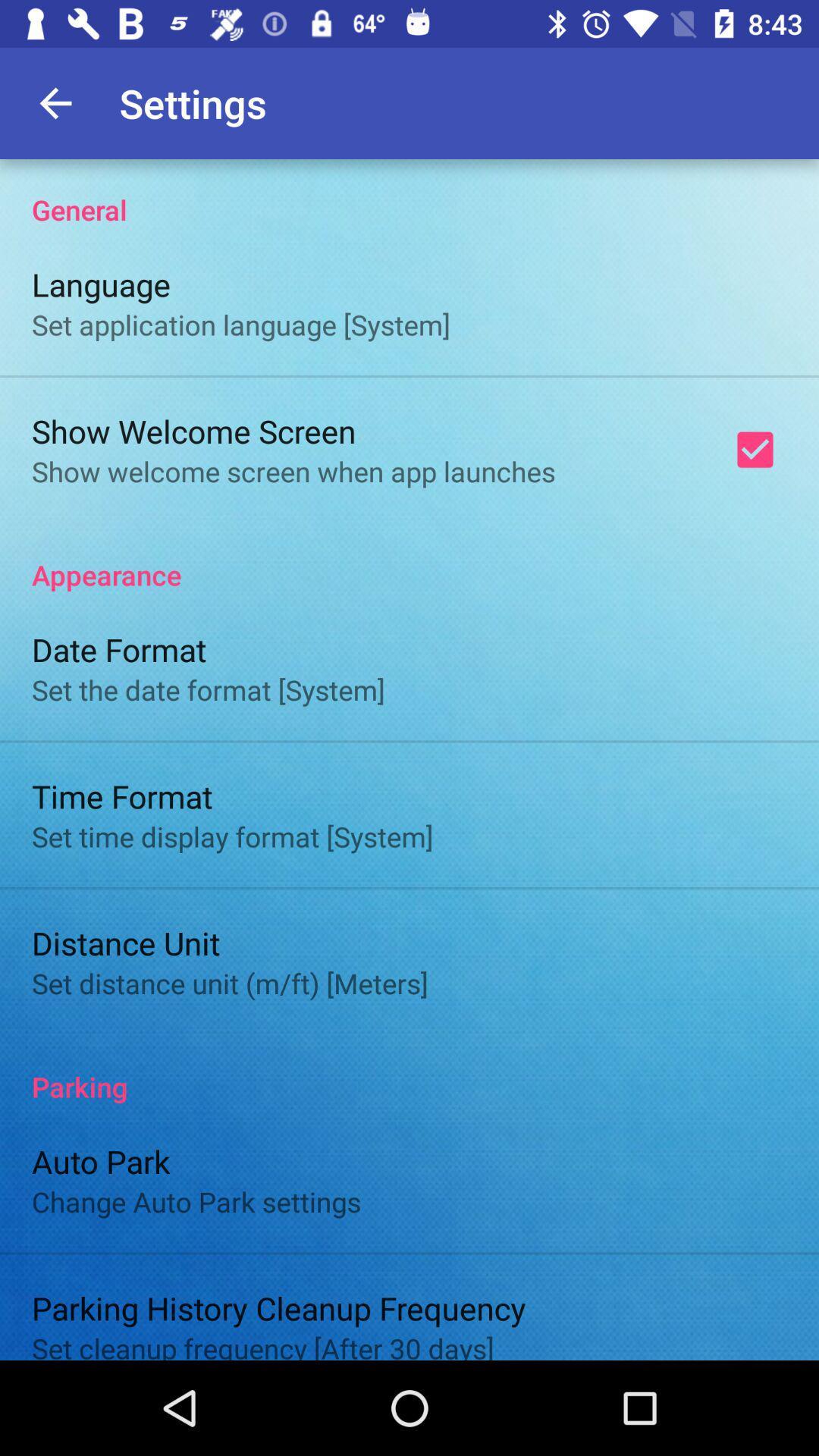  What do you see at coordinates (232, 836) in the screenshot?
I see `item above the distance unit item` at bounding box center [232, 836].